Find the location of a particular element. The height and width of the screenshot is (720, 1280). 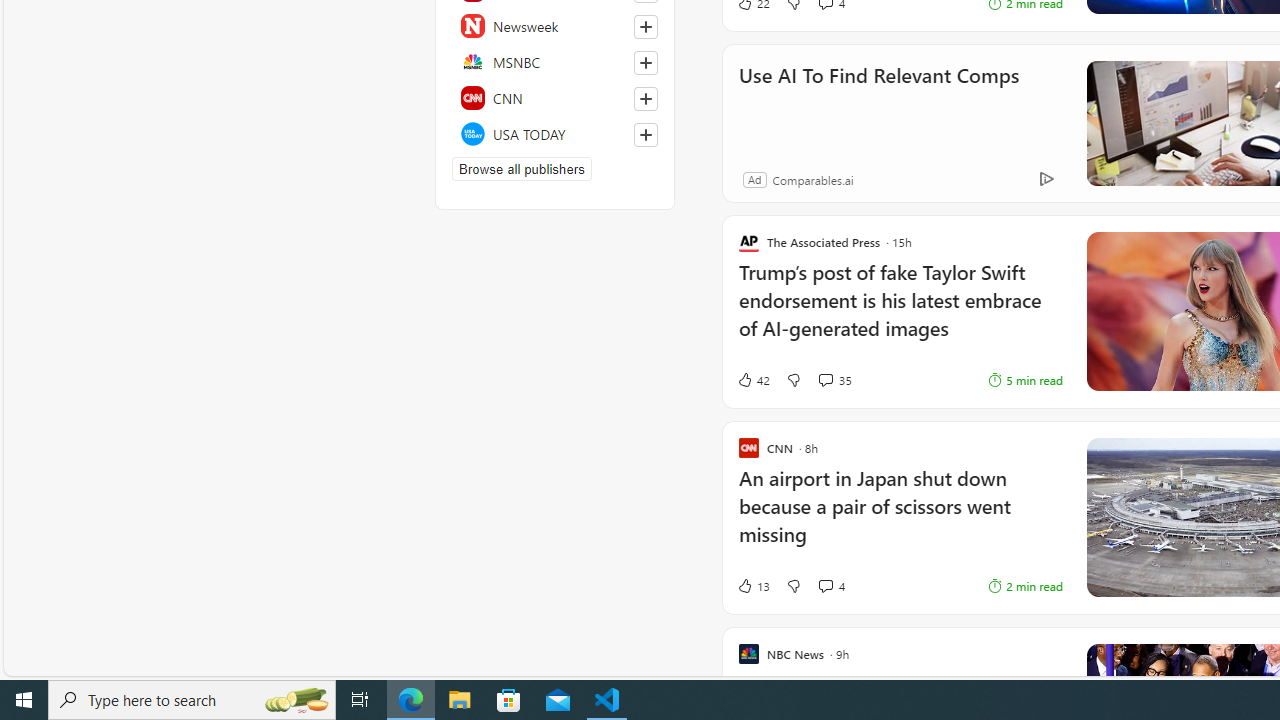

'View comments 4 Comment' is located at coordinates (825, 585).